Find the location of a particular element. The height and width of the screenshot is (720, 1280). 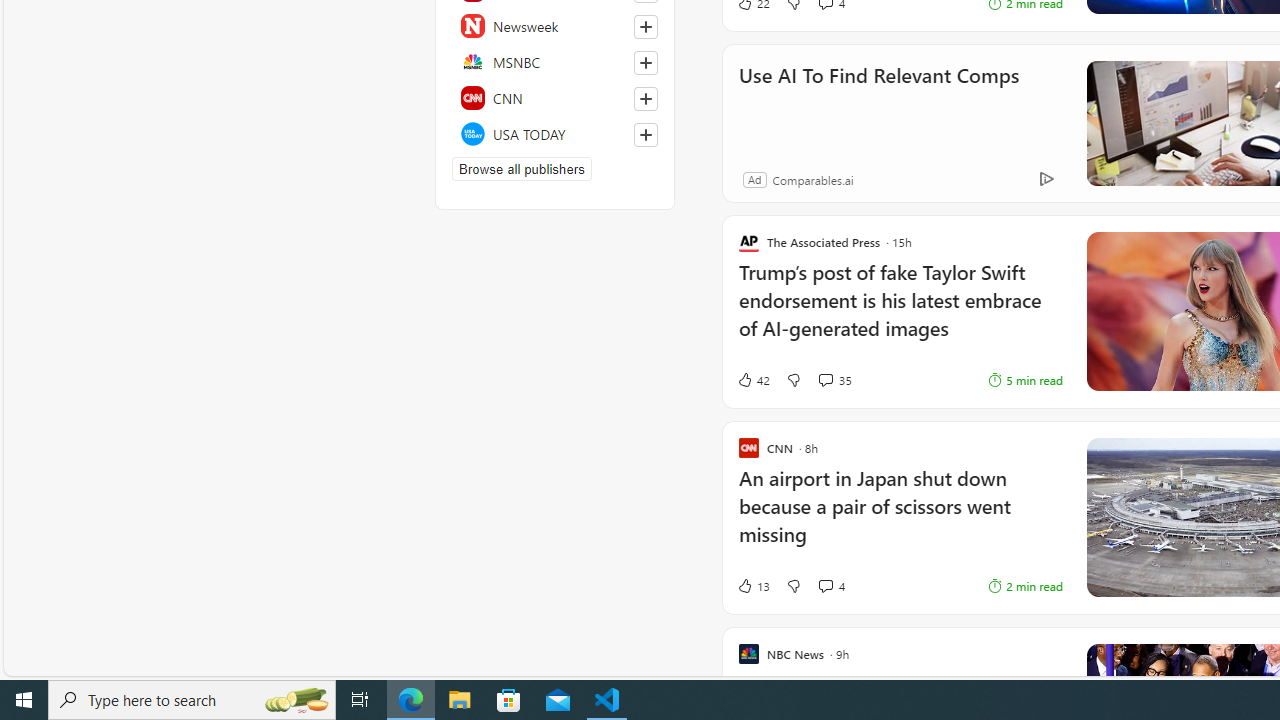

'View comments 4 Comment' is located at coordinates (825, 585).